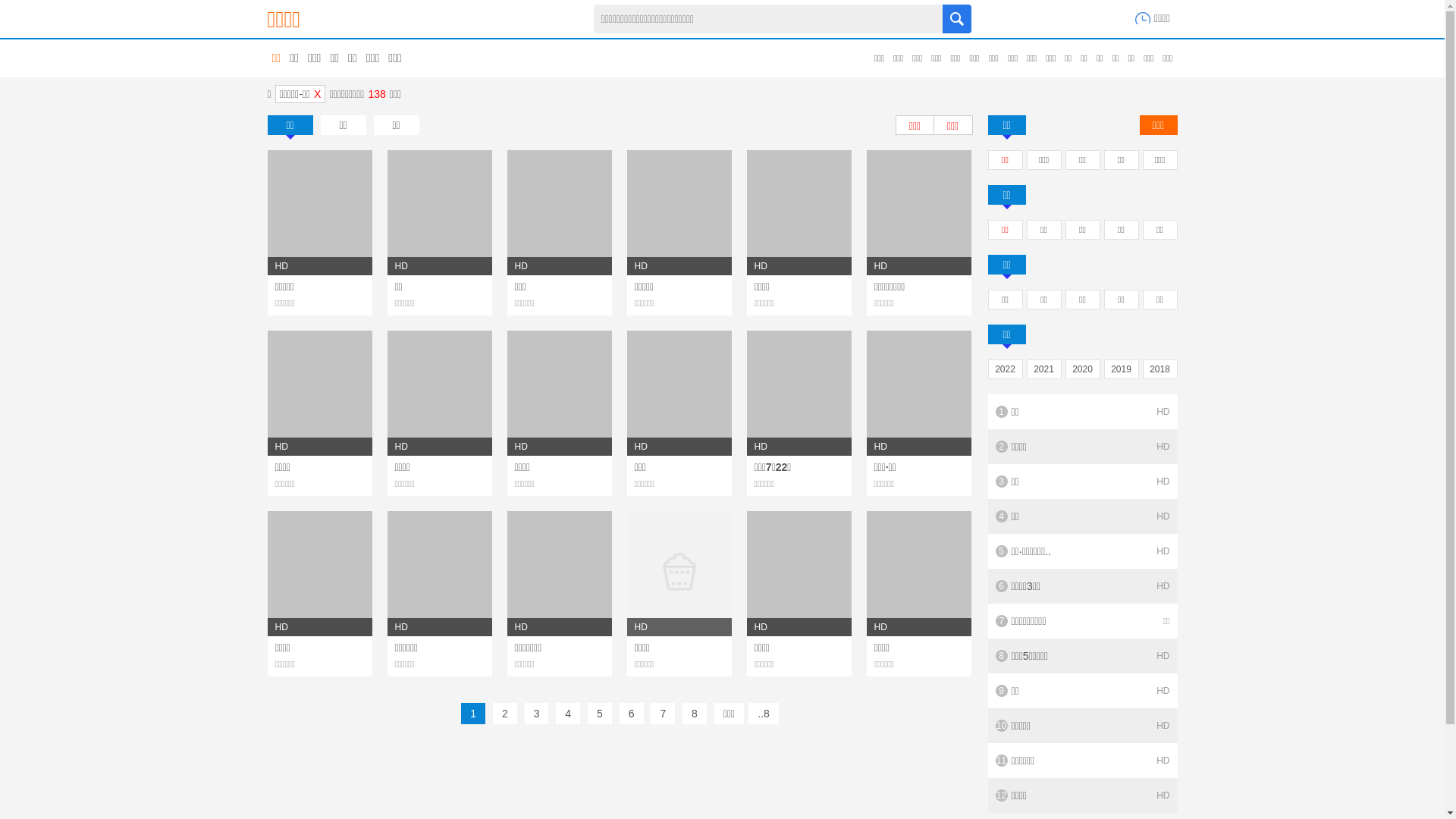 The image size is (1456, 819). Describe the element at coordinates (566, 714) in the screenshot. I see `'4'` at that location.